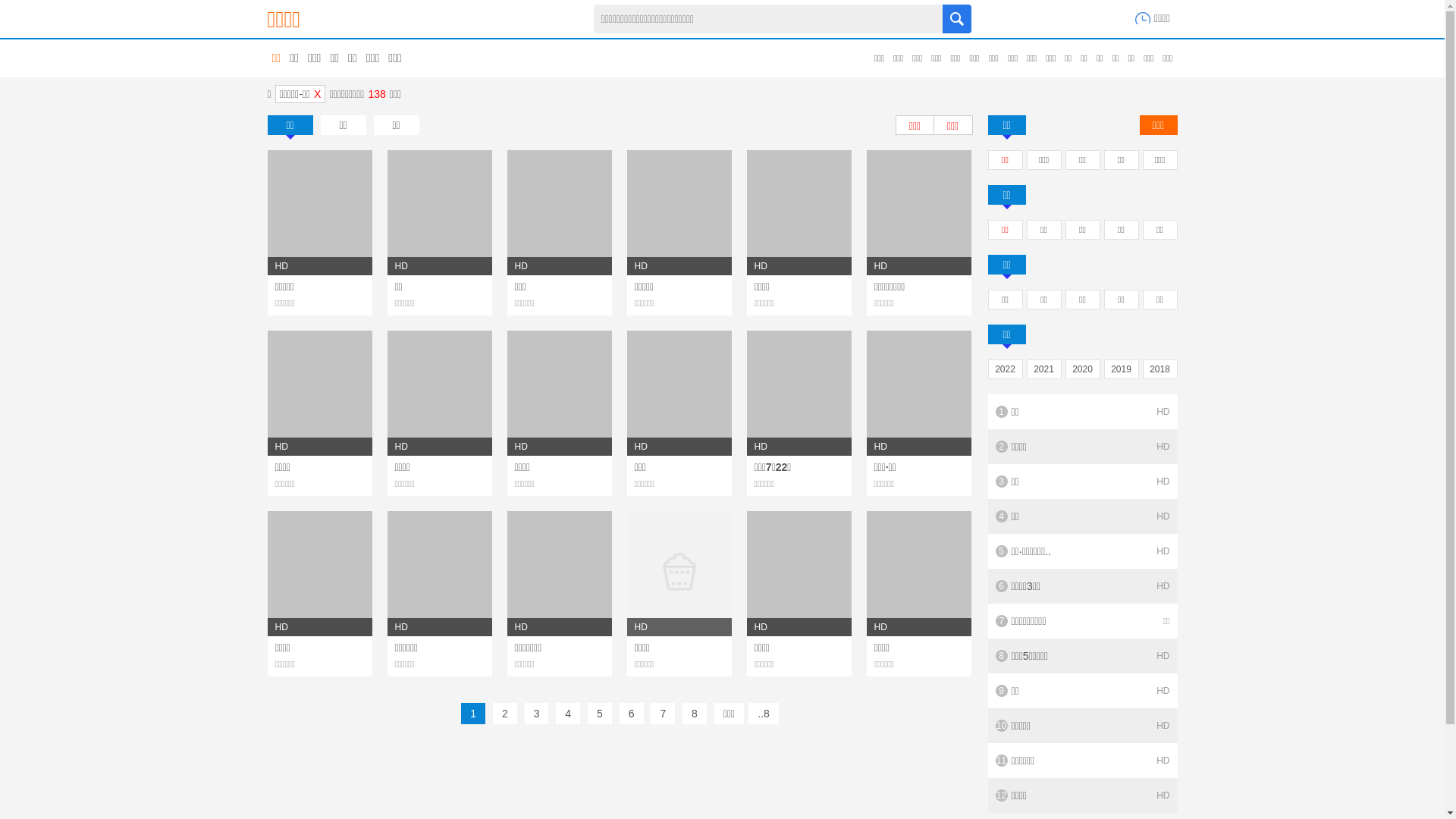 The image size is (1456, 819). Describe the element at coordinates (566, 714) in the screenshot. I see `'4'` at that location.